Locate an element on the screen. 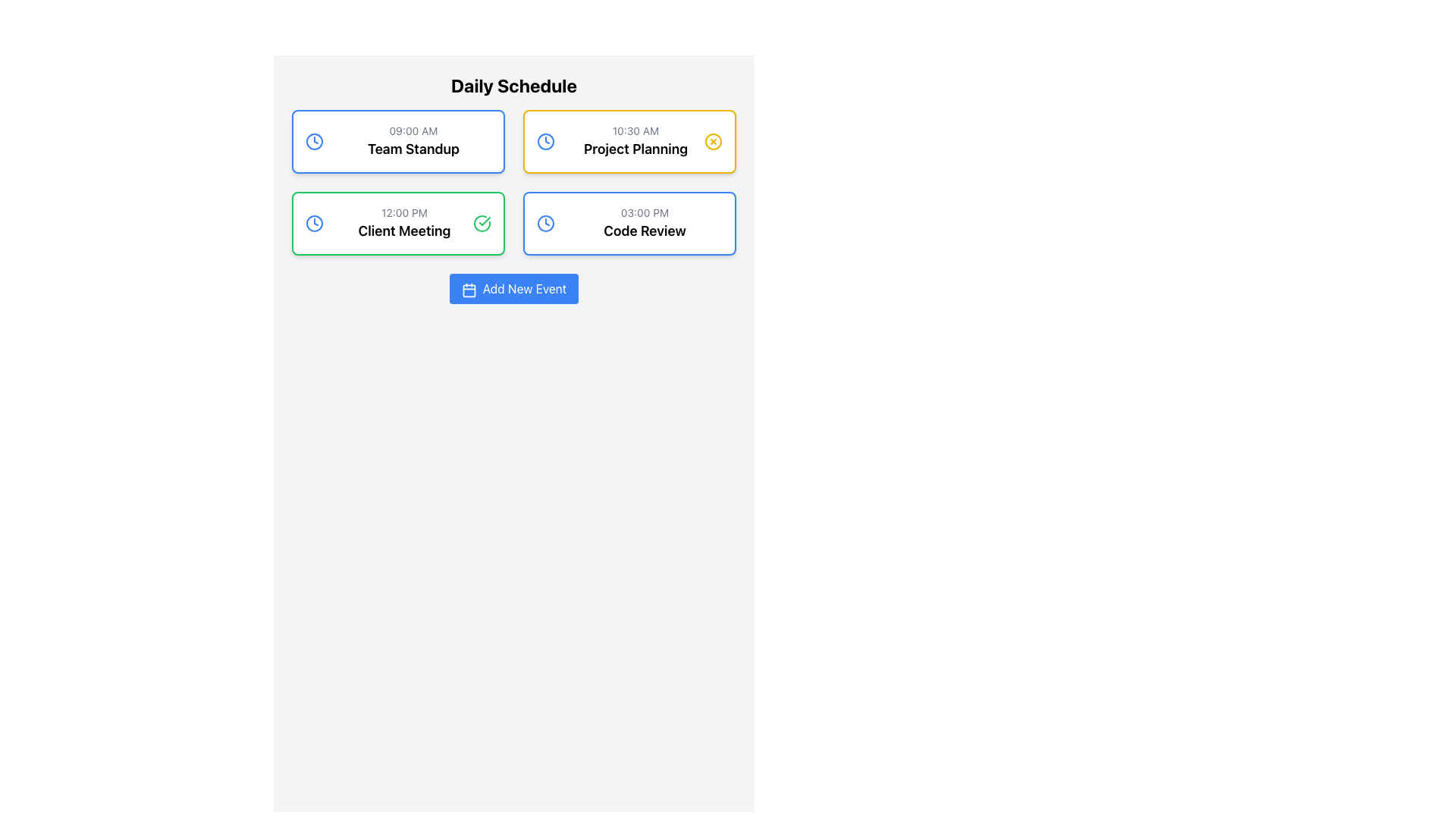 The height and width of the screenshot is (819, 1456). the graphical icon located in the top-right corner of the 'Project Planning' event box, which serves as an interactive close/delete button is located at coordinates (712, 141).